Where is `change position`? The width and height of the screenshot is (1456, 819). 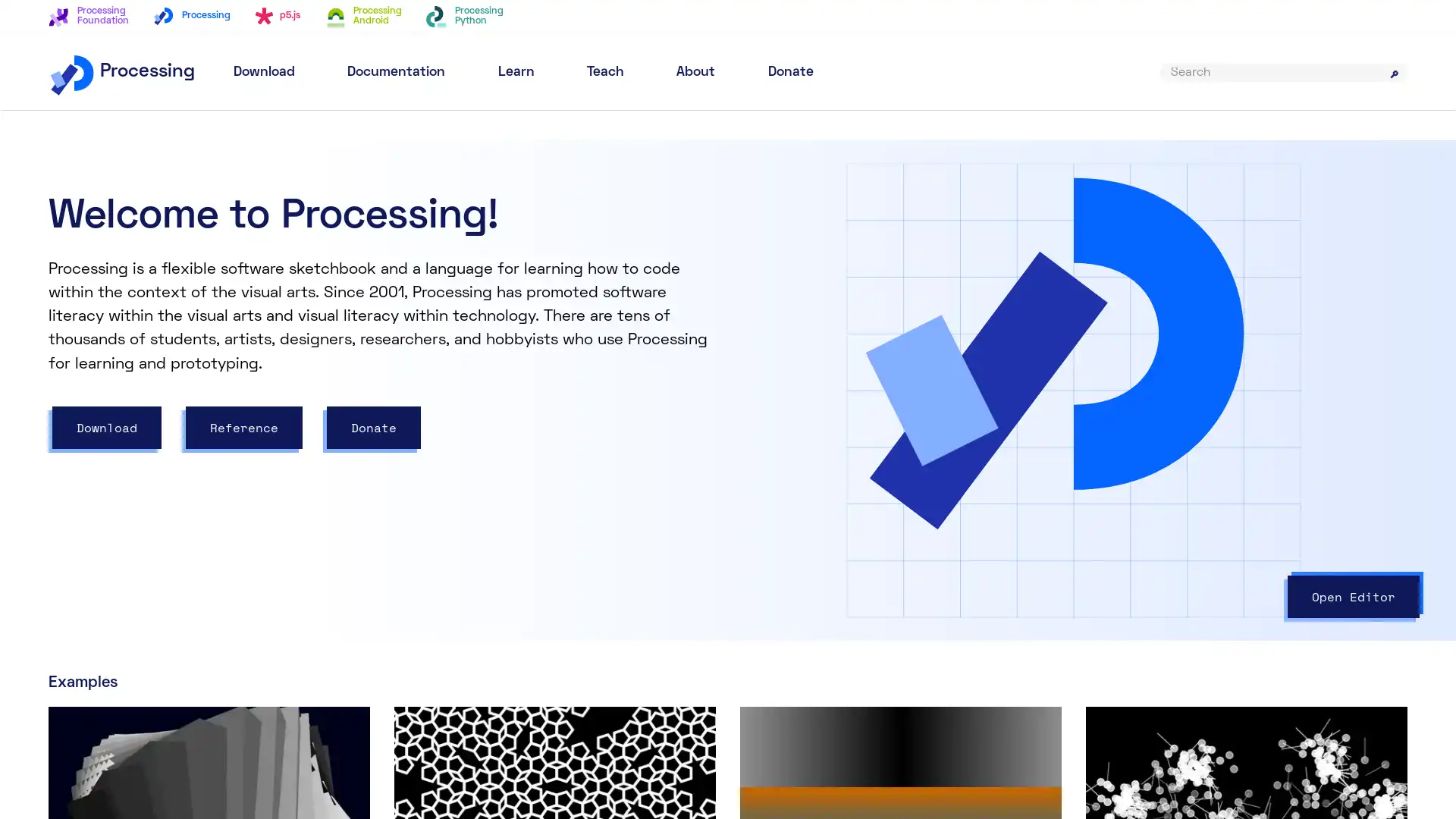
change position is located at coordinates (952, 519).